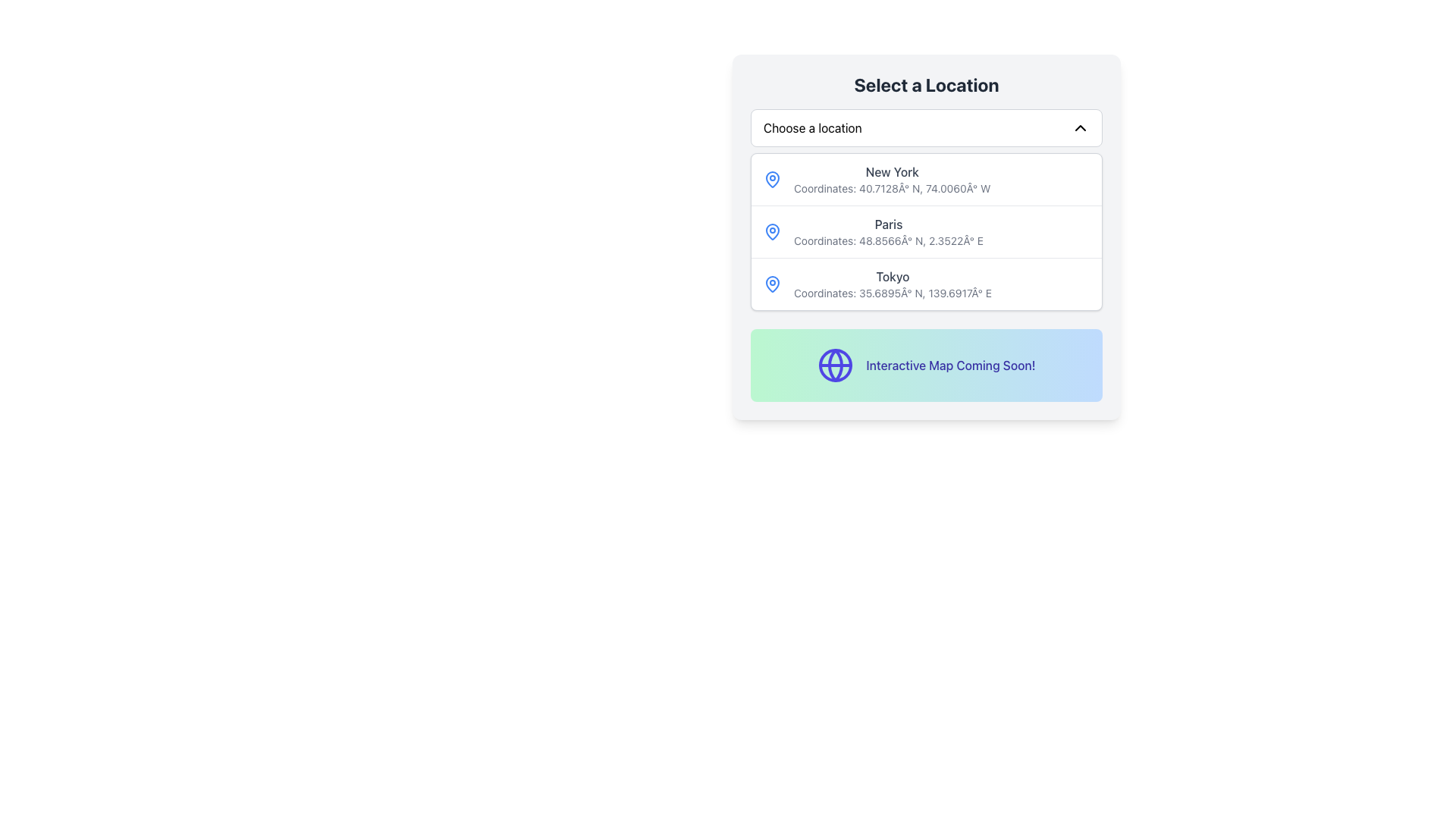  I want to click on the dropdown menu located below the 'Select a Location' title, so click(926, 127).